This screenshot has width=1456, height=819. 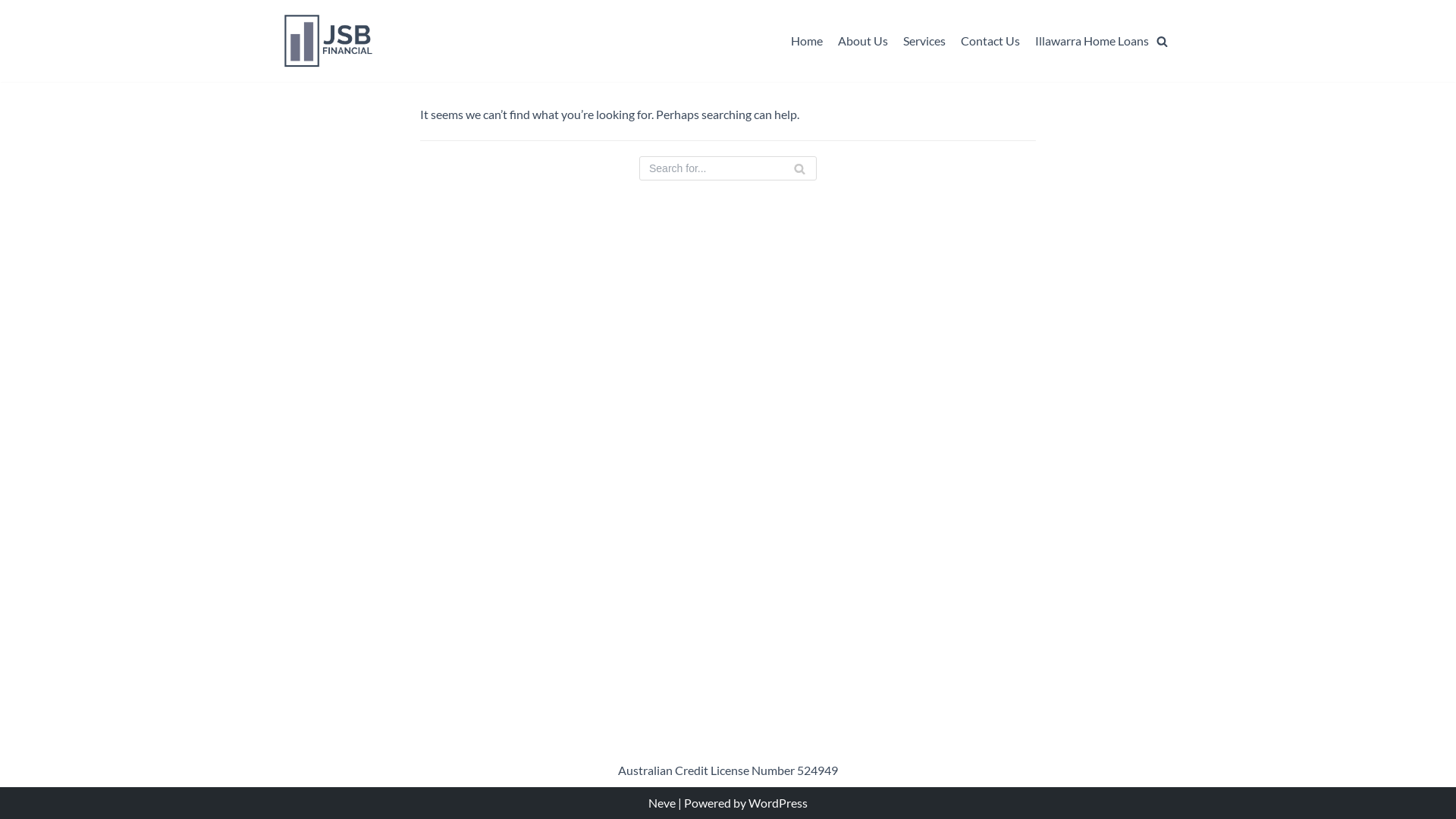 I want to click on 'JSB Financial', so click(x=328, y=40).